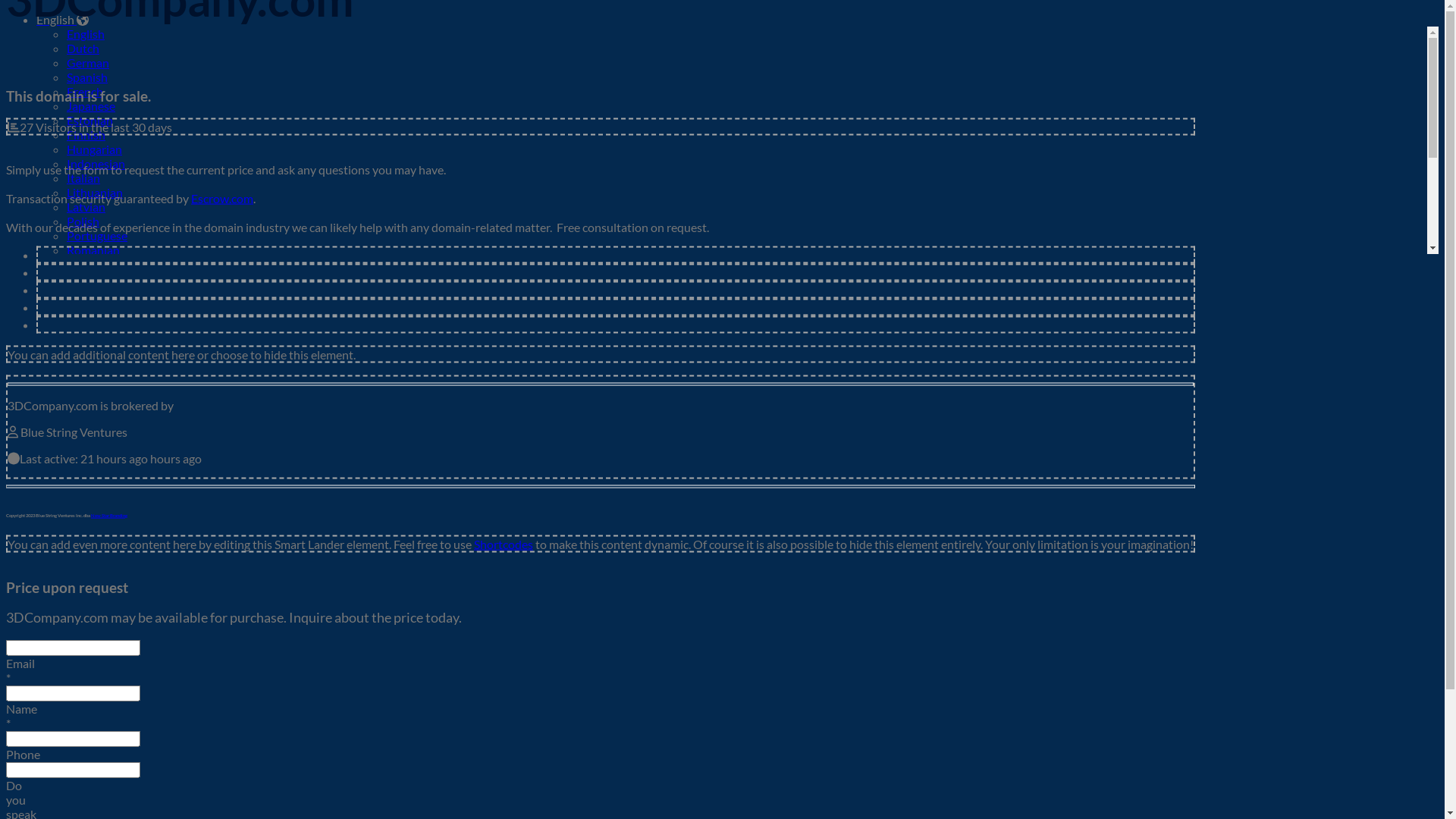 Image resolution: width=1456 pixels, height=819 pixels. Describe the element at coordinates (93, 191) in the screenshot. I see `'Lithuanian'` at that location.